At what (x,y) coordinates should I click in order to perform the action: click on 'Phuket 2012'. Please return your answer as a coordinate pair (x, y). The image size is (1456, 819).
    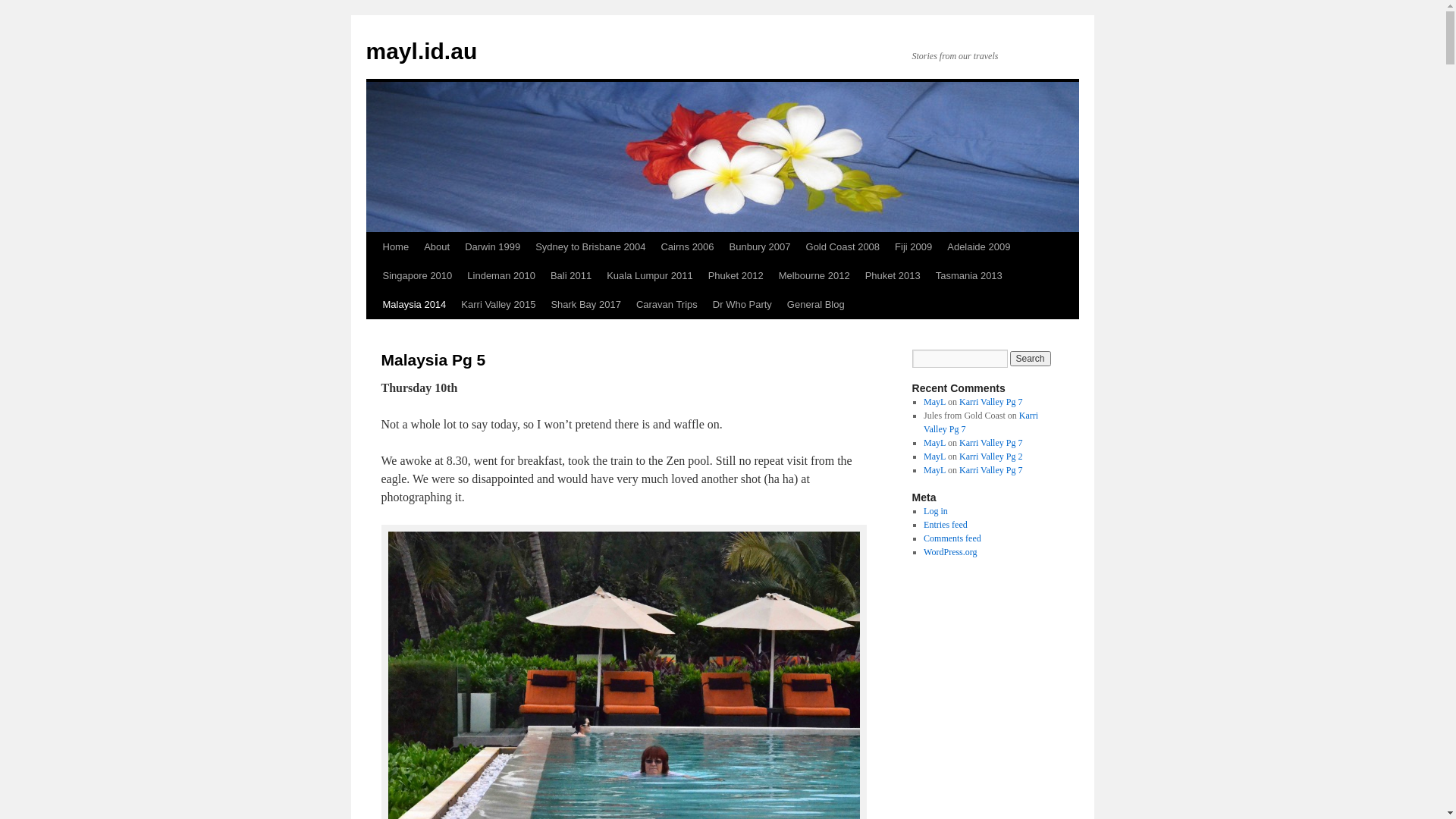
    Looking at the image, I should click on (736, 275).